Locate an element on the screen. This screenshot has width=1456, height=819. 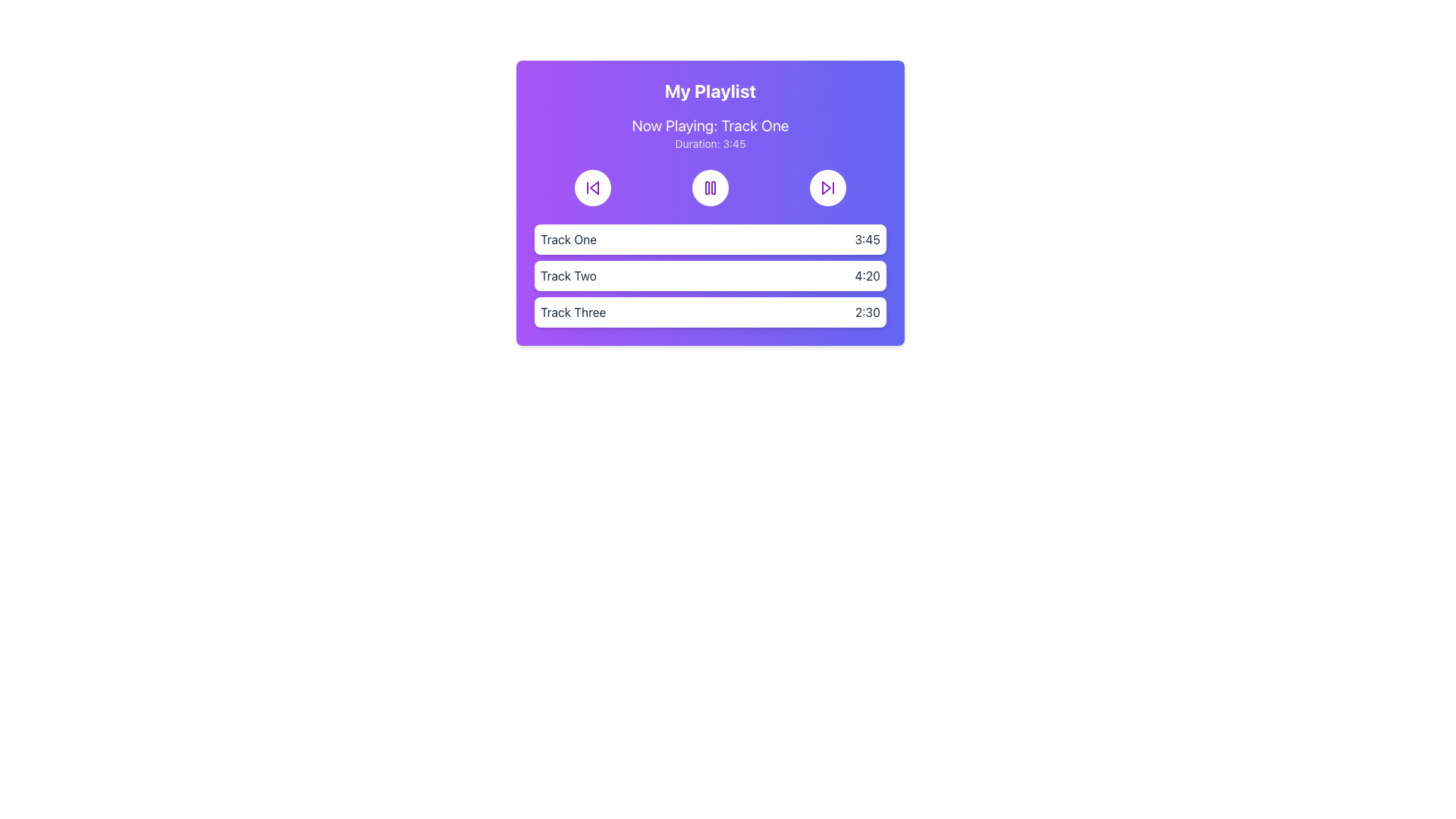
the static text label displaying the duration of 'Track Two', which is the second time display in a vertically arranged list of track rows, located to the far right and aligned with the 'Track Two' text is located at coordinates (868, 275).